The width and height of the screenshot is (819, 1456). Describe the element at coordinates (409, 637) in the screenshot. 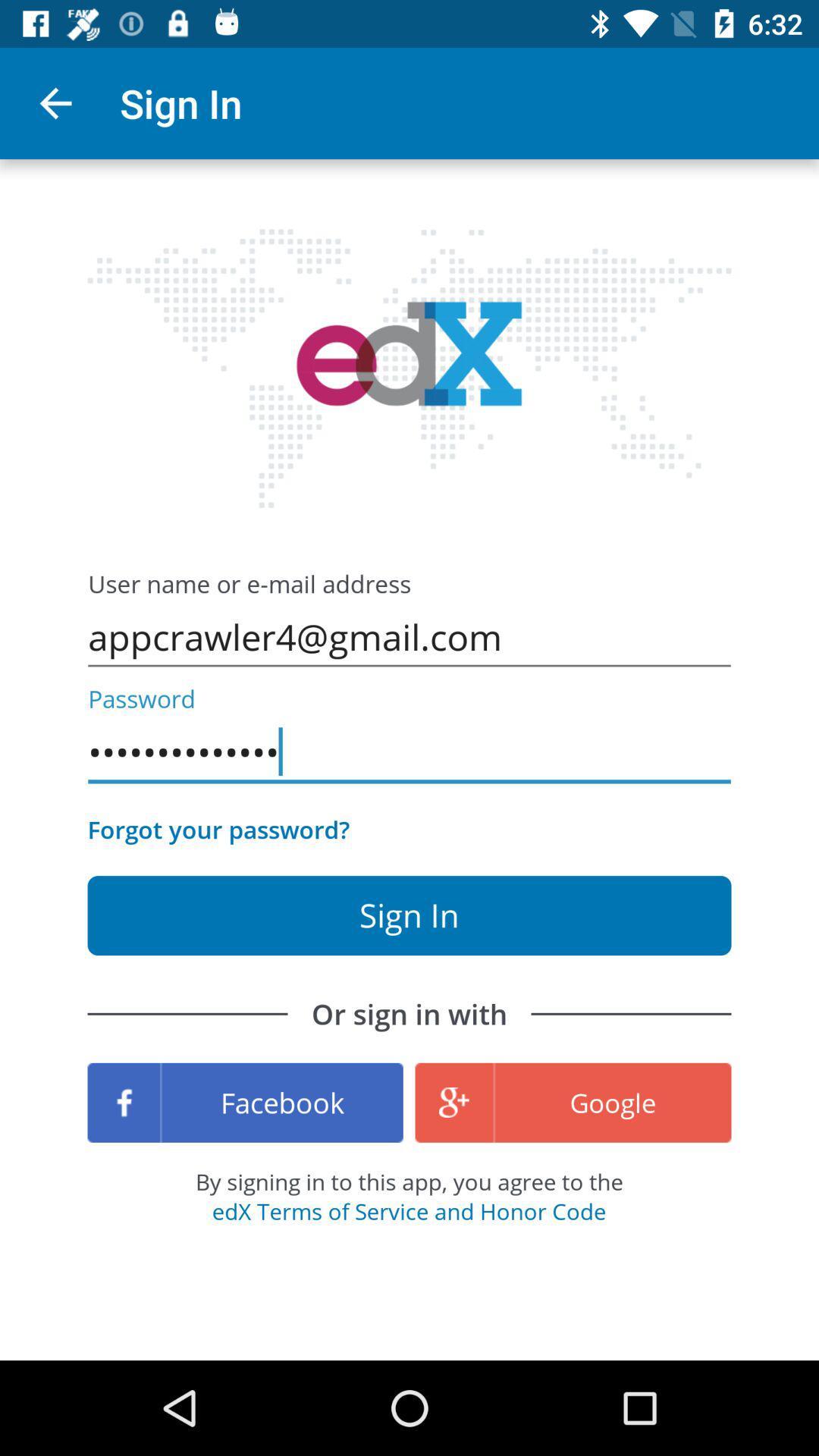

I see `the icon above appcrawler3116 item` at that location.